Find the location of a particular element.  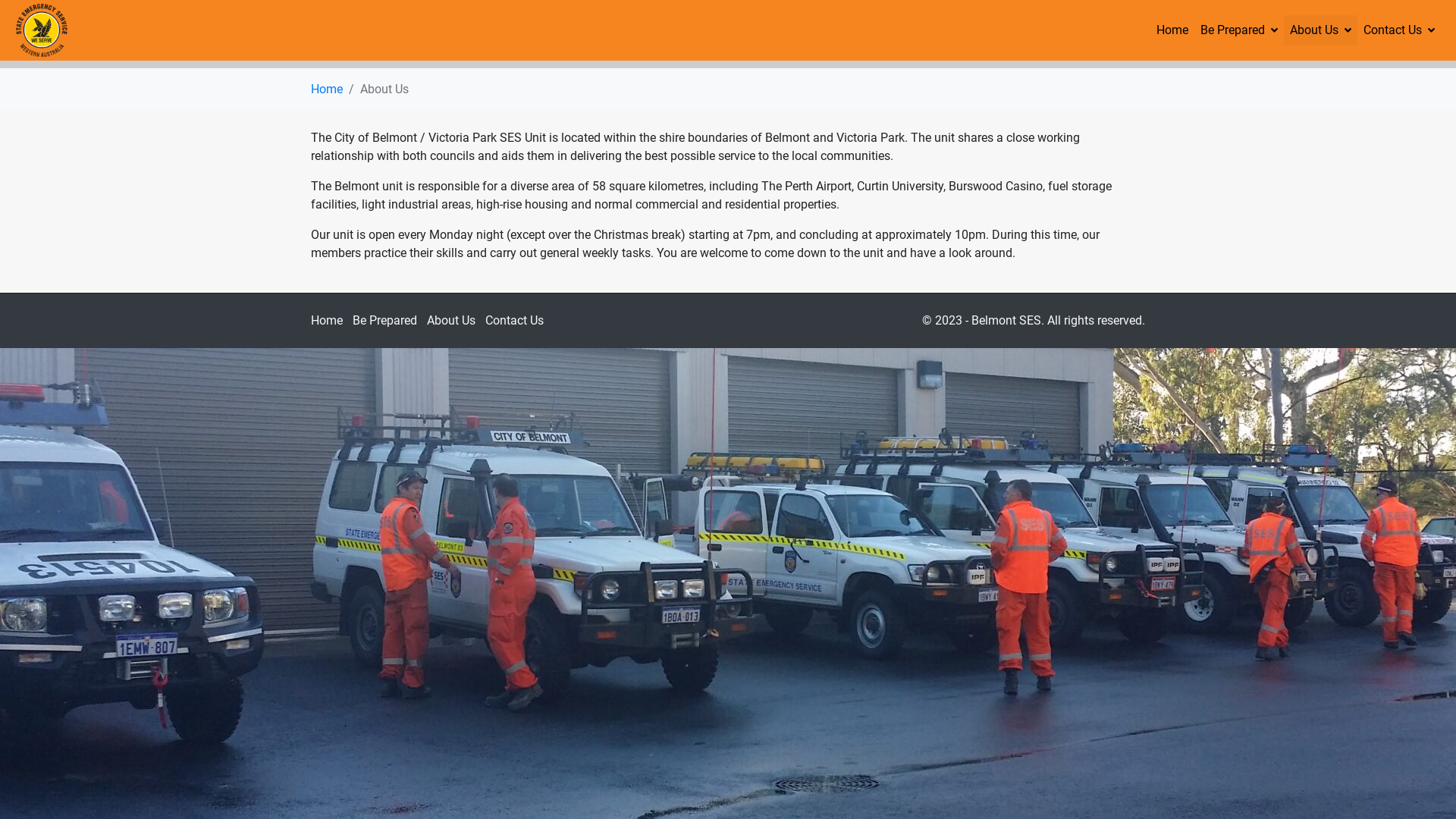

'Contact Us' is located at coordinates (1398, 30).